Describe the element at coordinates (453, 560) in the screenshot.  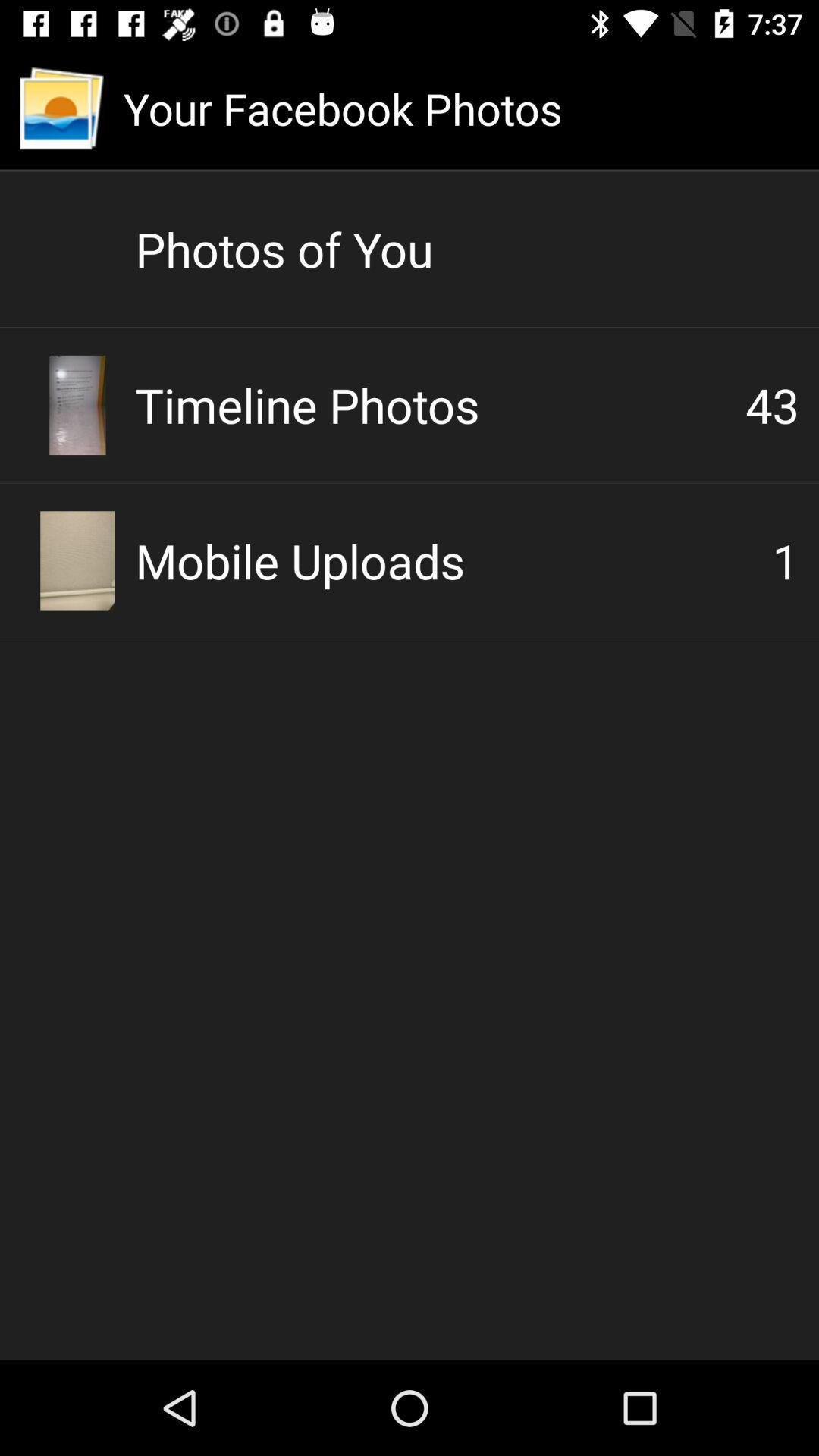
I see `app at the center` at that location.